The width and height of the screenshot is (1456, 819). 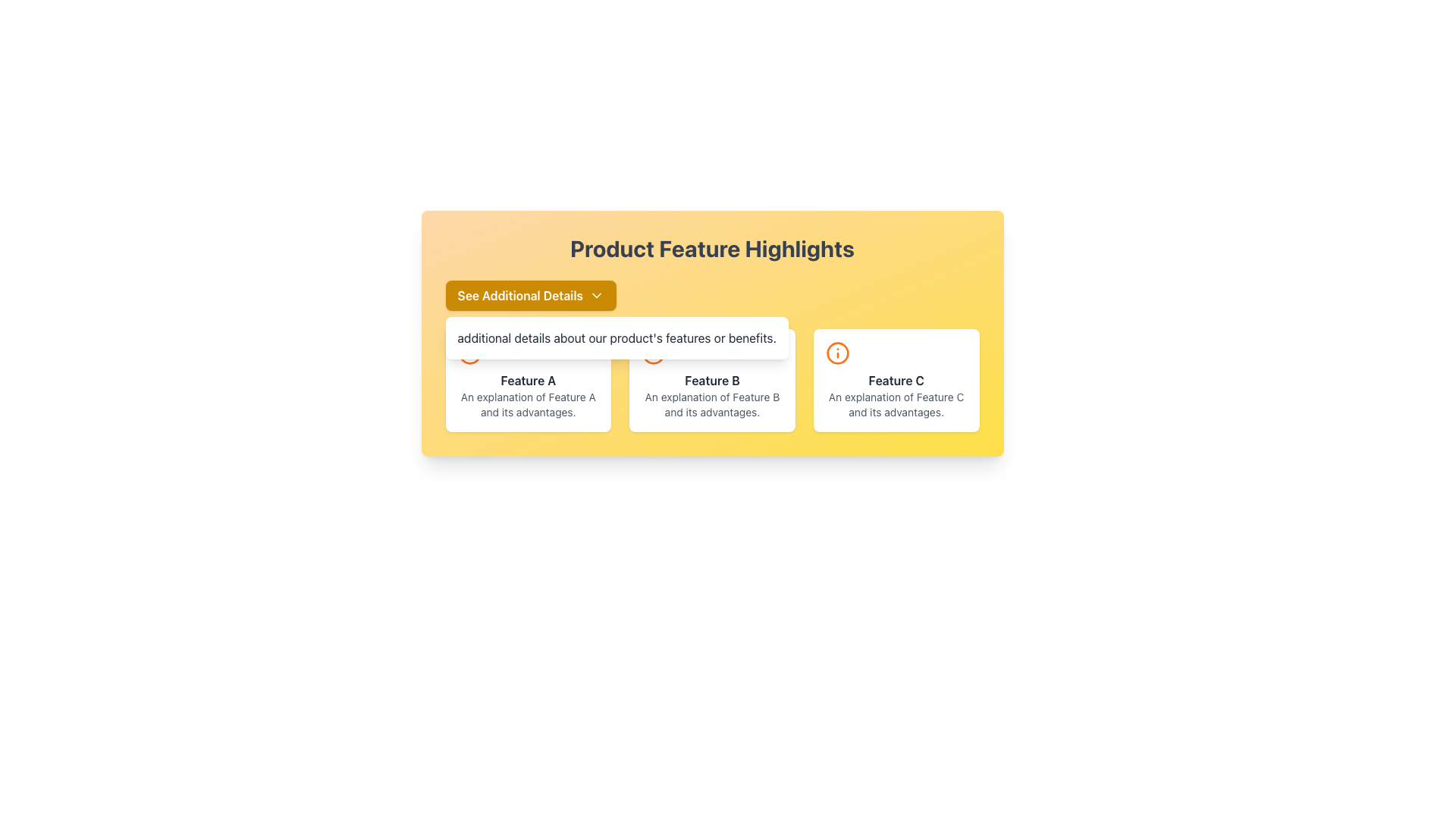 What do you see at coordinates (528, 379) in the screenshot?
I see `text from the first feature title in the 'Product Feature Highlights' section, which is centrally aligned within the first feature's card` at bounding box center [528, 379].